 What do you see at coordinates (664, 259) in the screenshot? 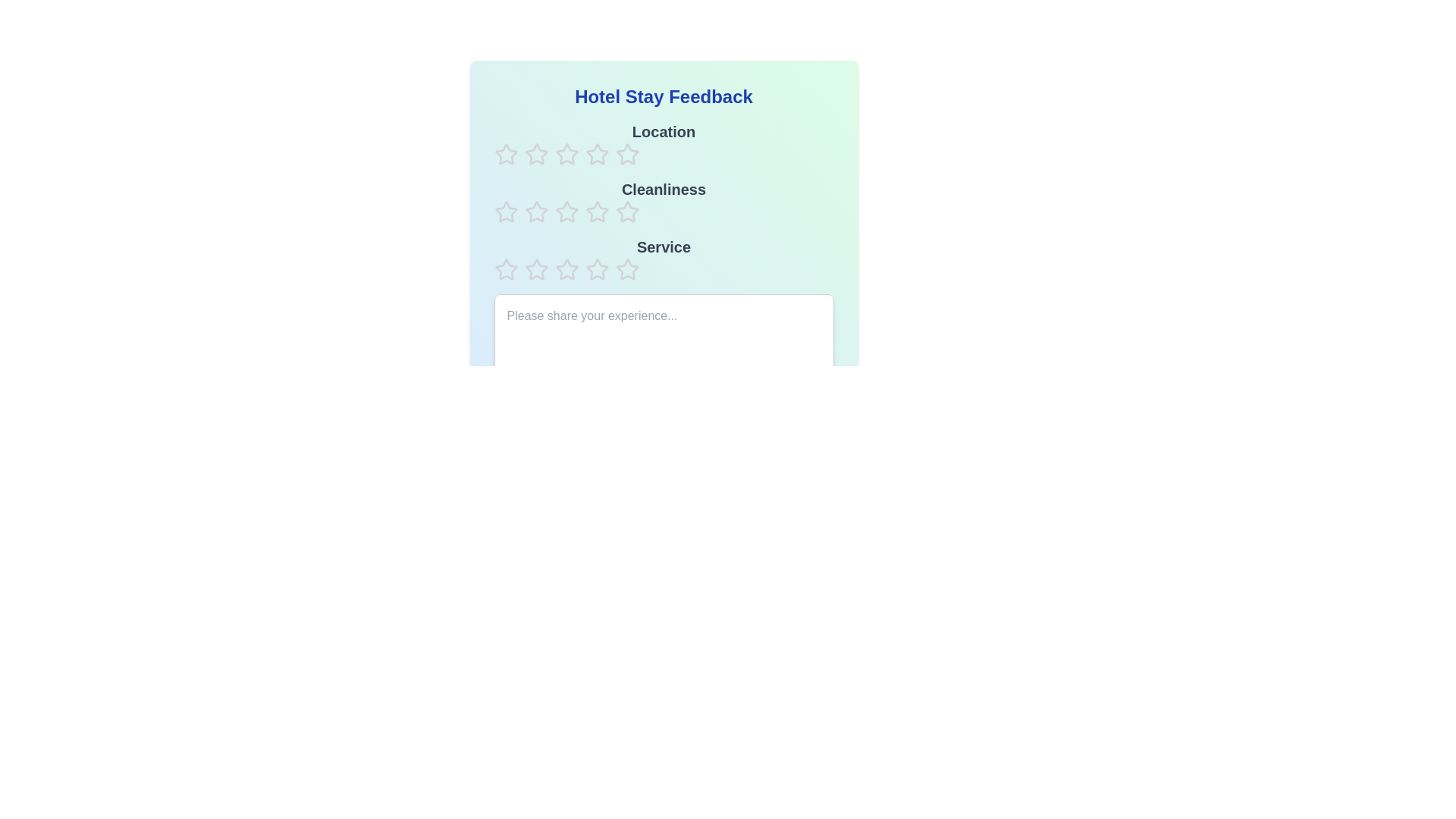
I see `the star icons in the 'Service' rating input component` at bounding box center [664, 259].